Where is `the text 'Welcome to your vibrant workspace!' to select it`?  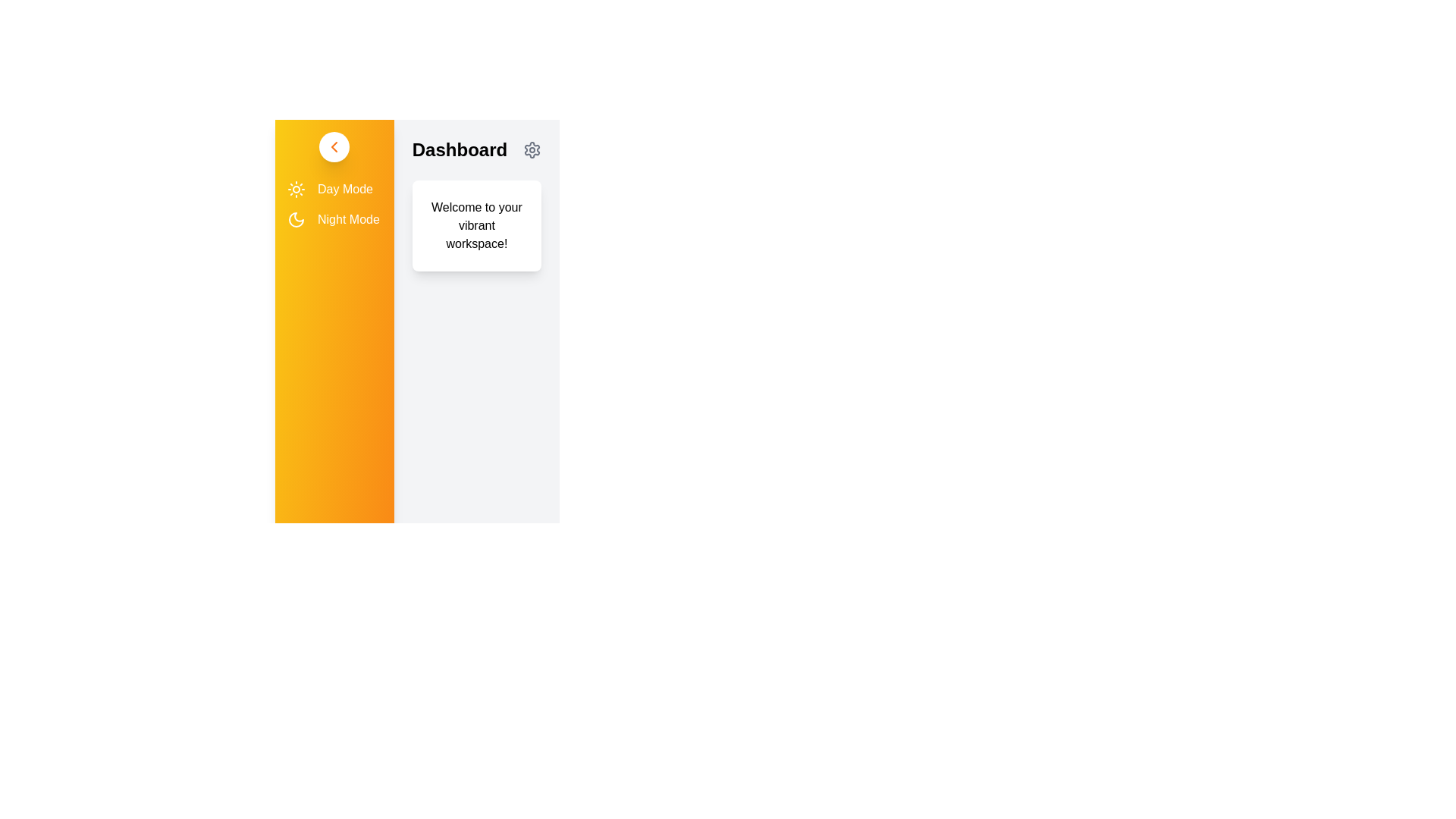 the text 'Welcome to your vibrant workspace!' to select it is located at coordinates (475, 225).